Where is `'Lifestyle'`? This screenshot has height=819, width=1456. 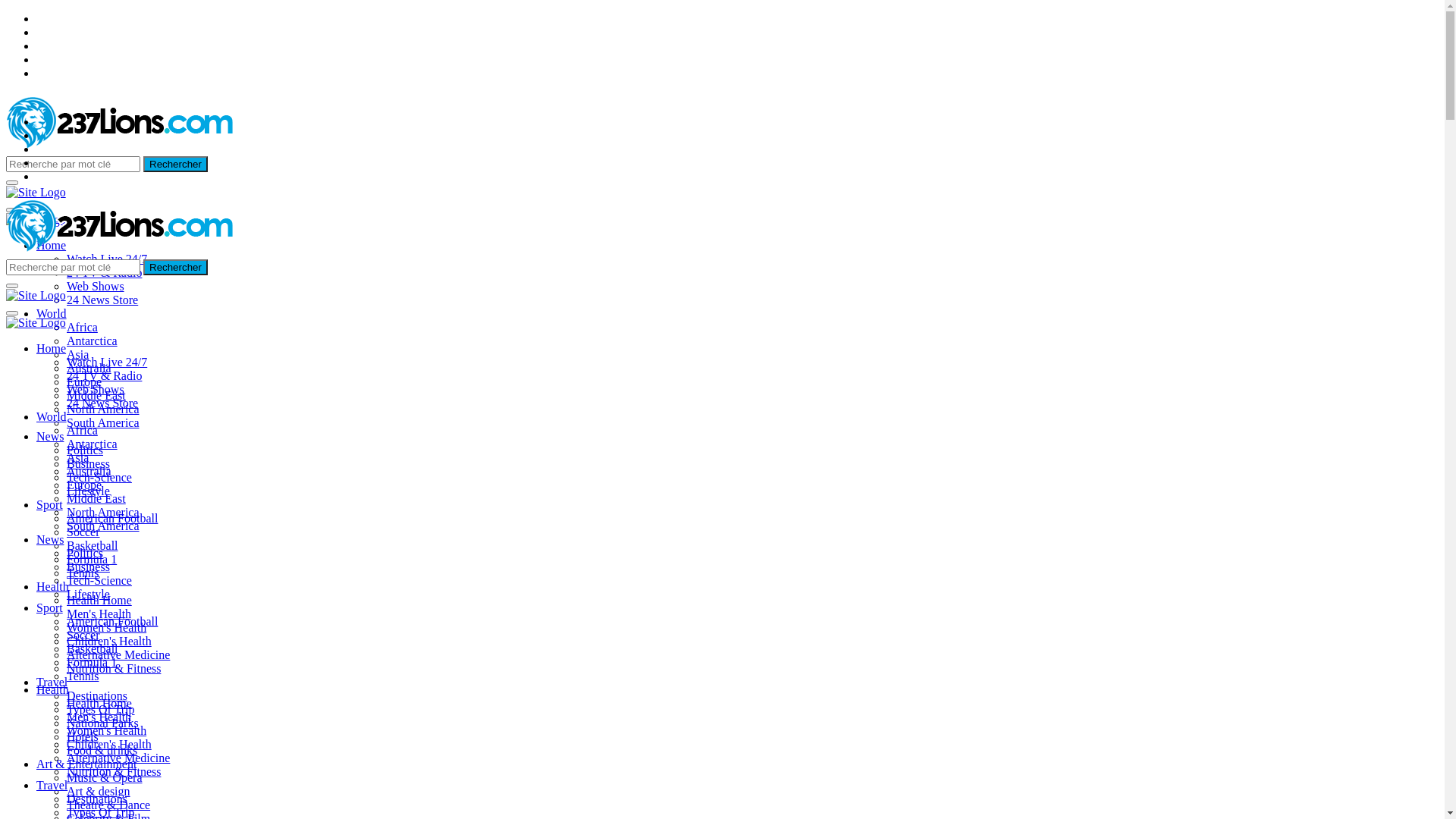
'Lifestyle' is located at coordinates (87, 593).